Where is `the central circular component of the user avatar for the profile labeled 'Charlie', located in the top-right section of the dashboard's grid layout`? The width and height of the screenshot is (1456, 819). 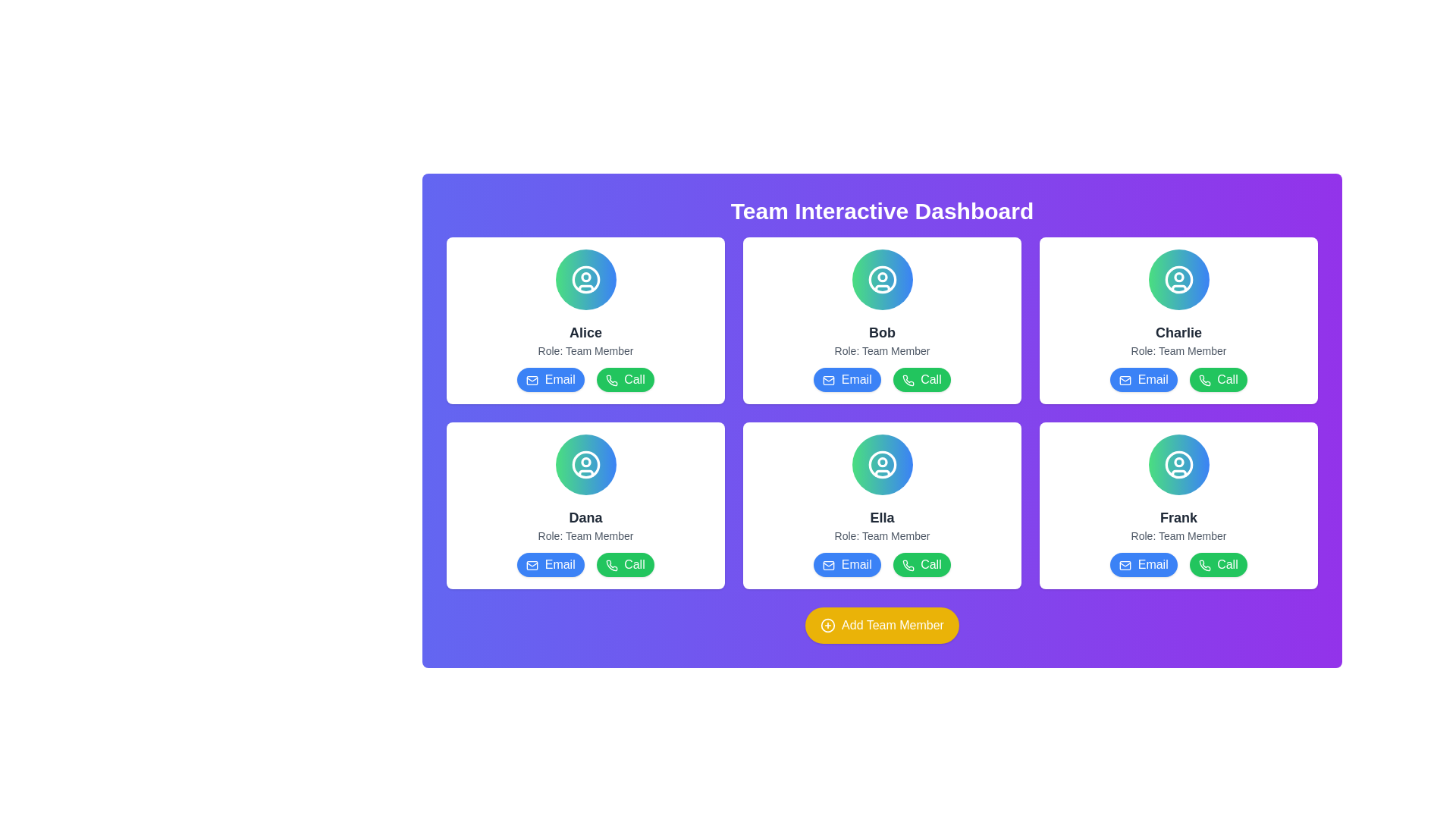
the central circular component of the user avatar for the profile labeled 'Charlie', located in the top-right section of the dashboard's grid layout is located at coordinates (1178, 280).